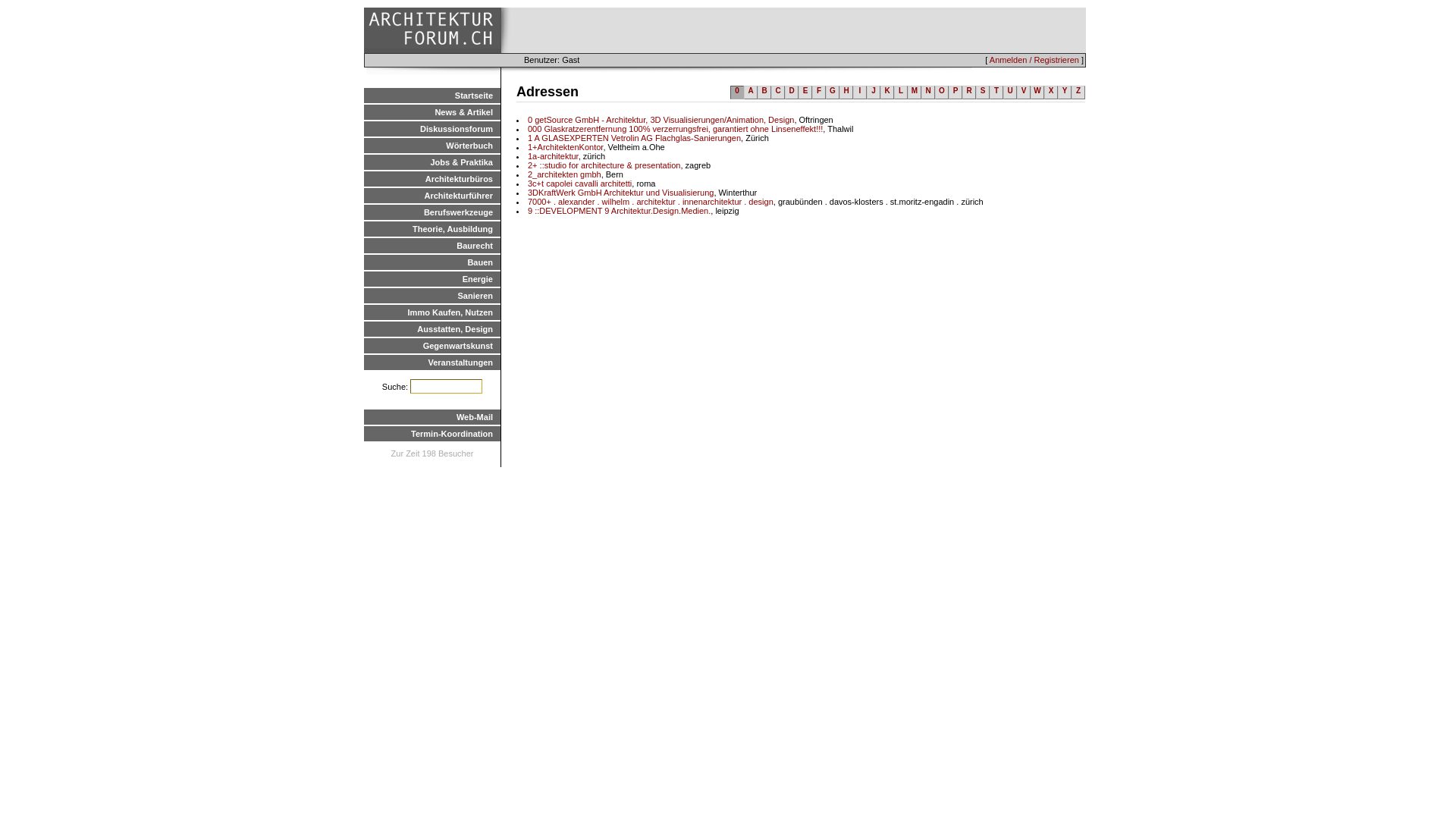  What do you see at coordinates (552, 155) in the screenshot?
I see `'1a-architektur'` at bounding box center [552, 155].